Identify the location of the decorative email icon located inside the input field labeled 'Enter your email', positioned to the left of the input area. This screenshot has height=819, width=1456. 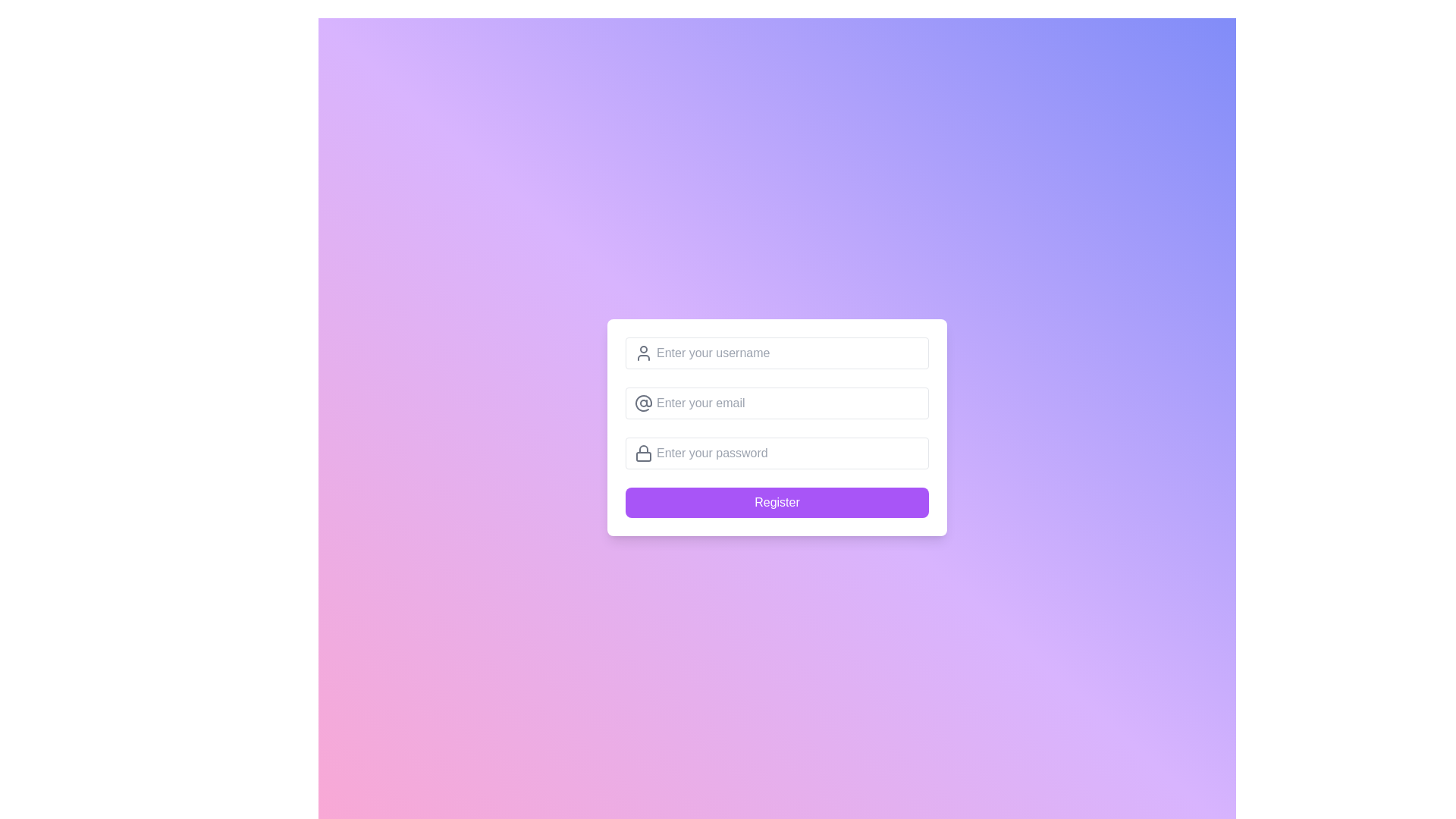
(644, 403).